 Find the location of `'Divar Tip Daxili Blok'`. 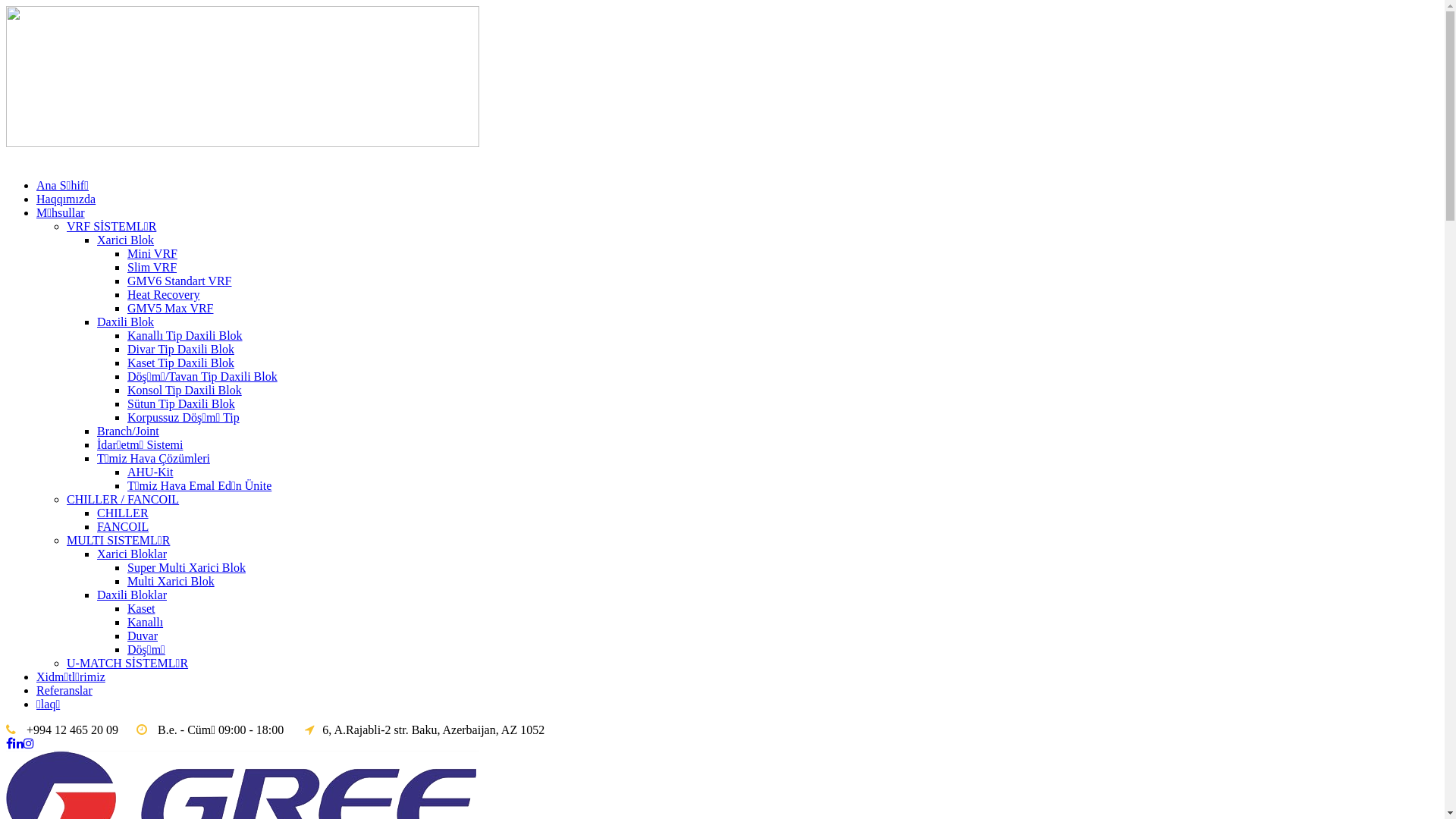

'Divar Tip Daxili Blok' is located at coordinates (180, 349).